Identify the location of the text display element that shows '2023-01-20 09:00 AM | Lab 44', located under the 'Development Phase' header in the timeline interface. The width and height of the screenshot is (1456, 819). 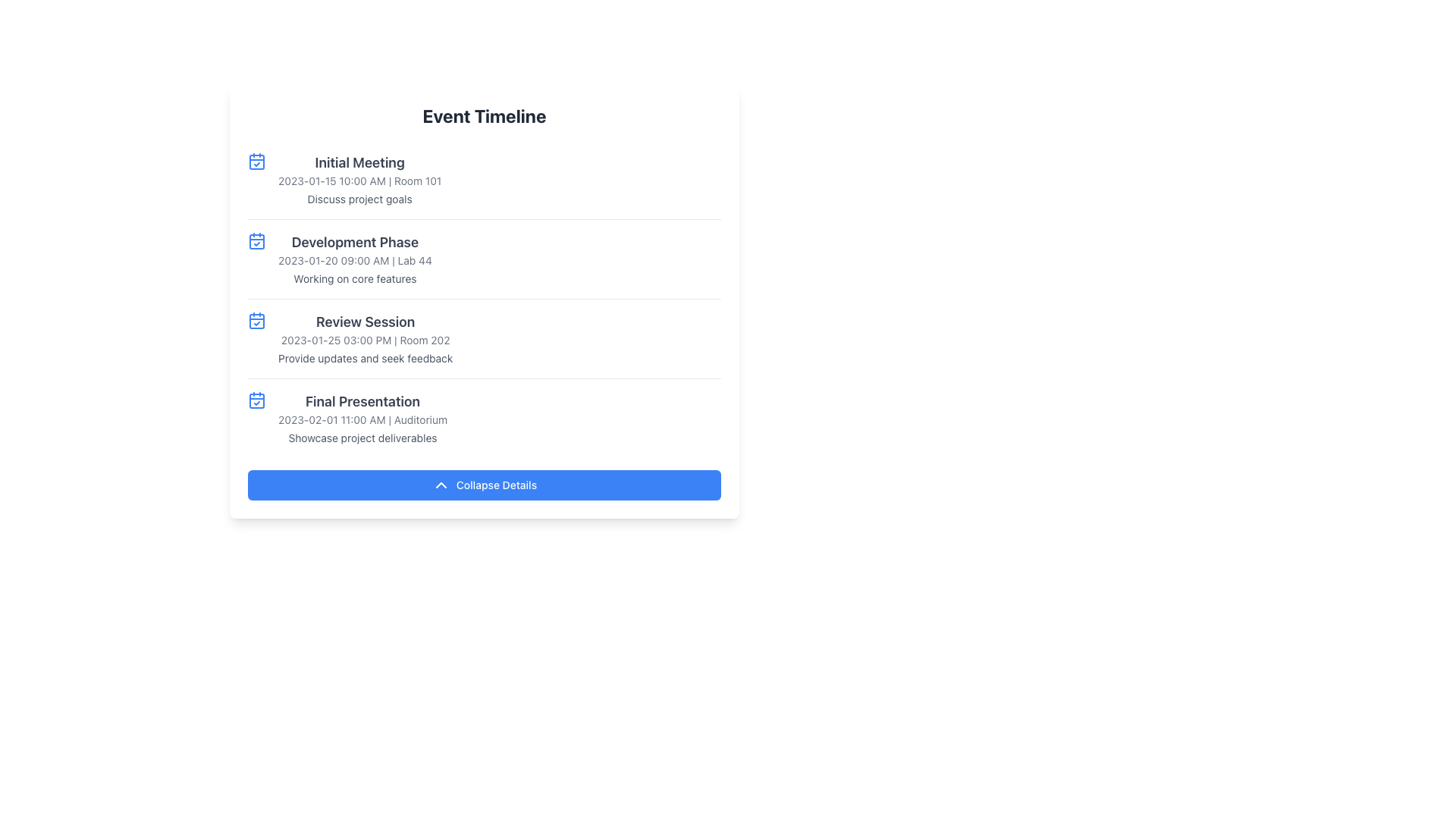
(354, 259).